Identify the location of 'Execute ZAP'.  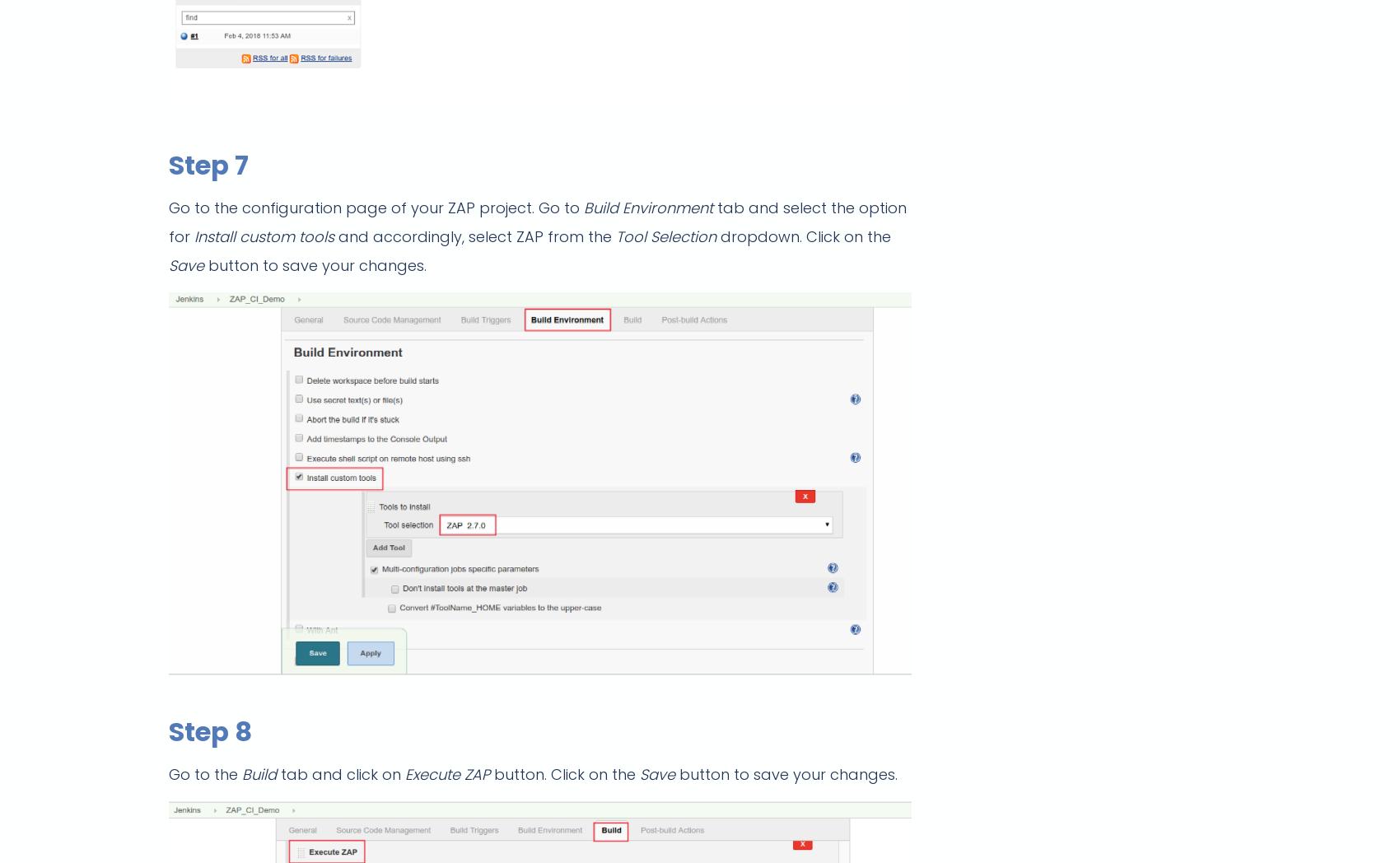
(449, 774).